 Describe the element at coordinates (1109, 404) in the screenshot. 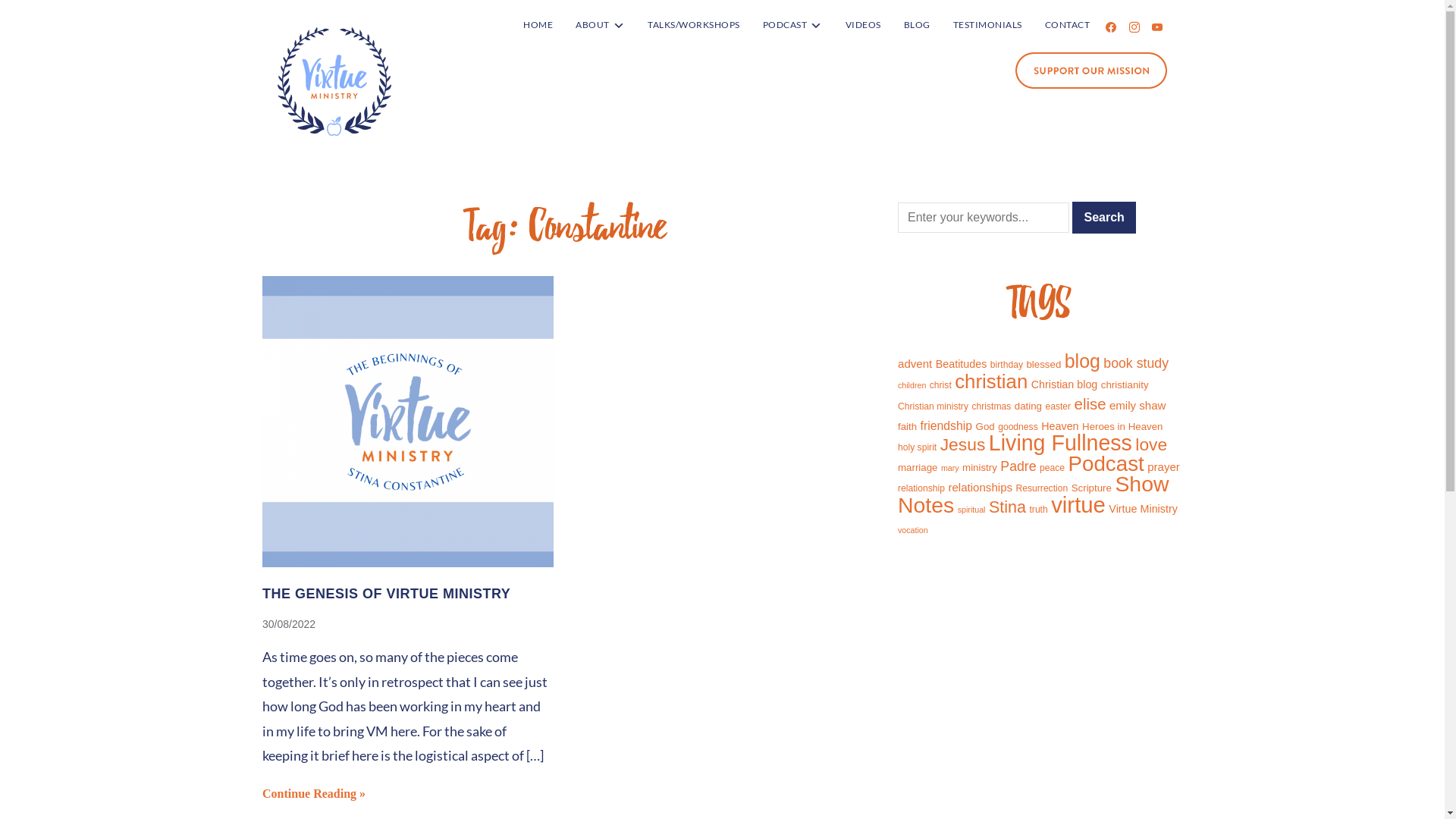

I see `'emily shaw'` at that location.